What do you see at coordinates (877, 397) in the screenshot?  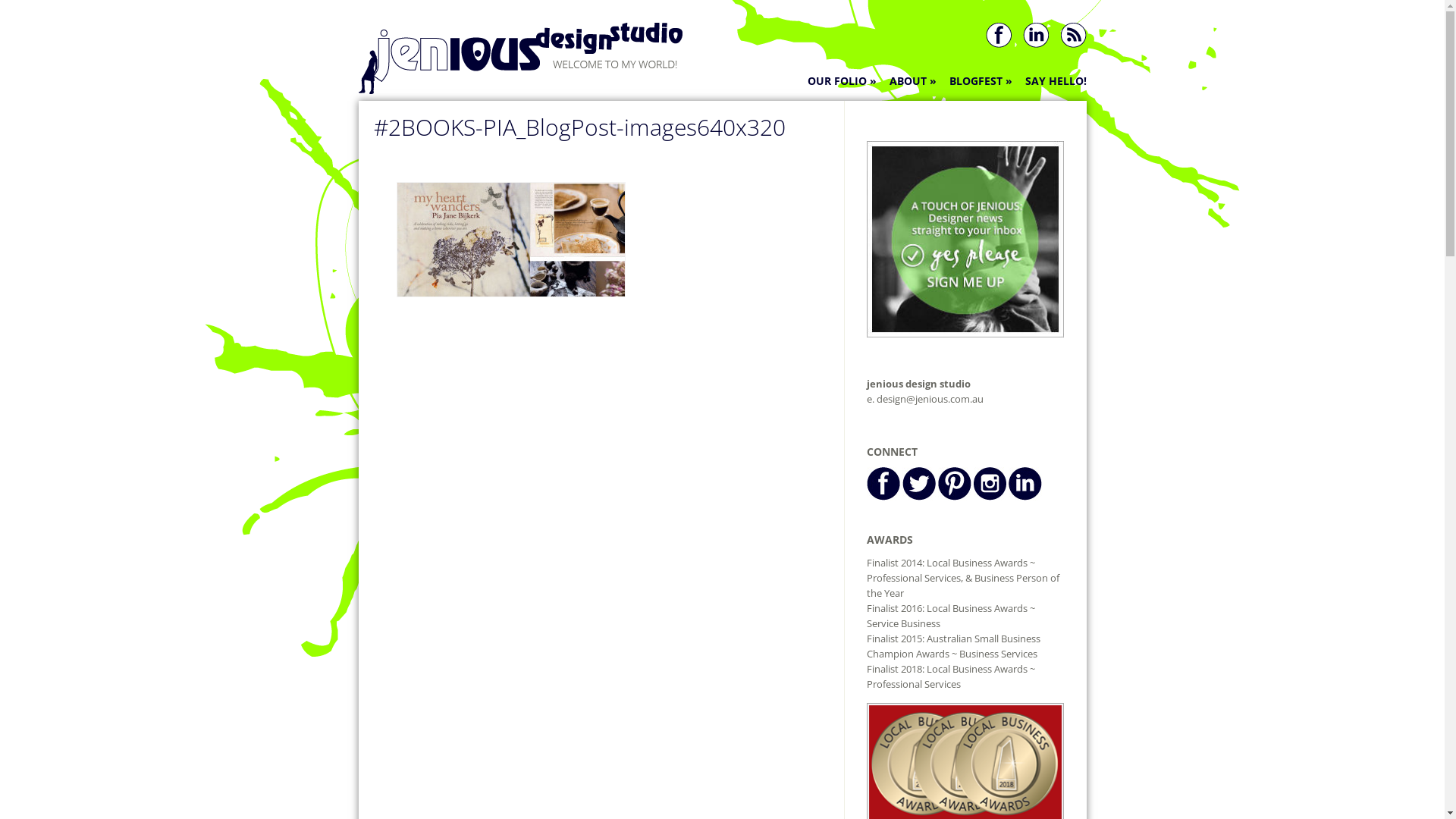 I see `'design@jenious.com.au'` at bounding box center [877, 397].